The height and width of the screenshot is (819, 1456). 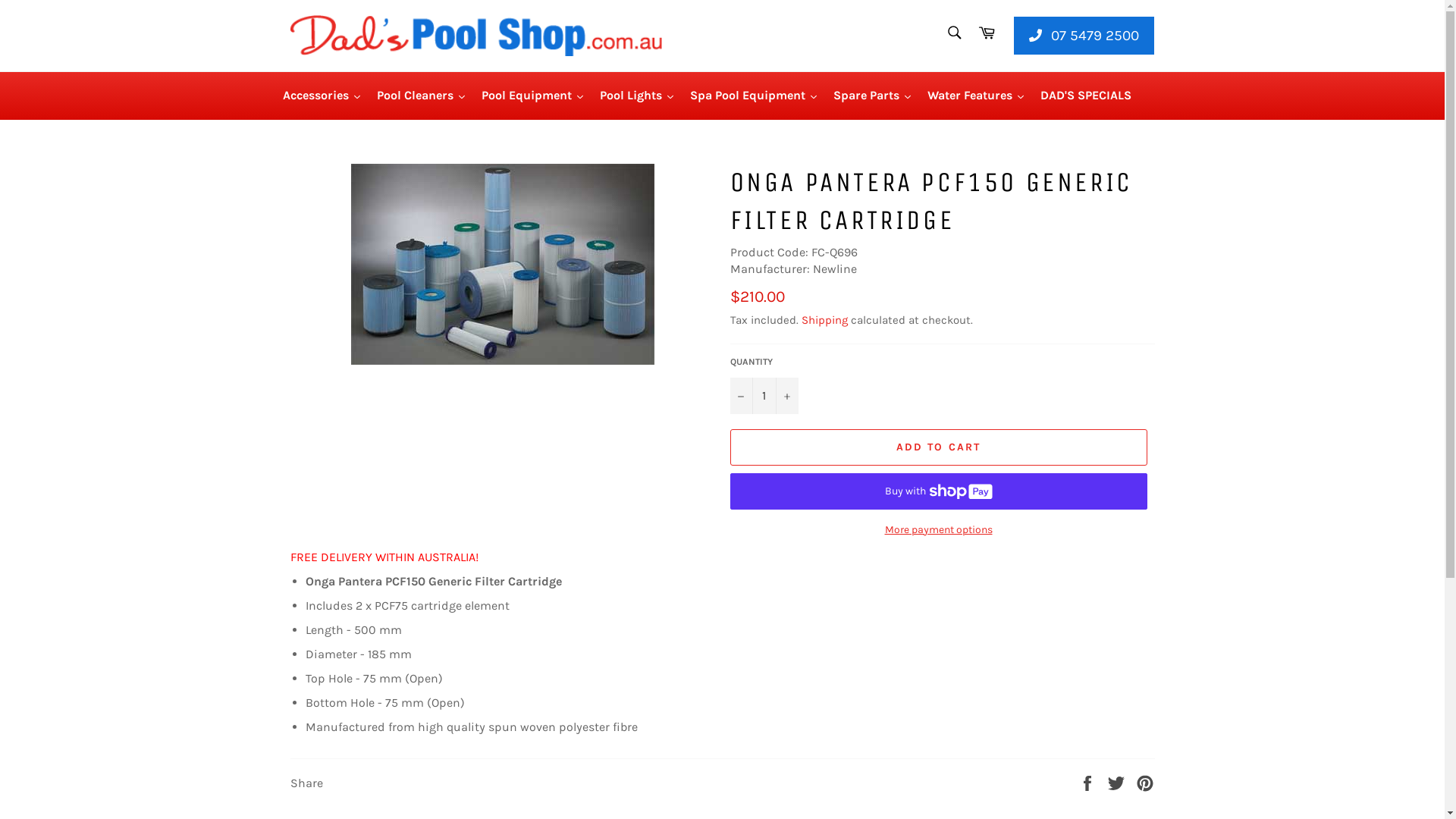 I want to click on '07 5479 2500', so click(x=1083, y=34).